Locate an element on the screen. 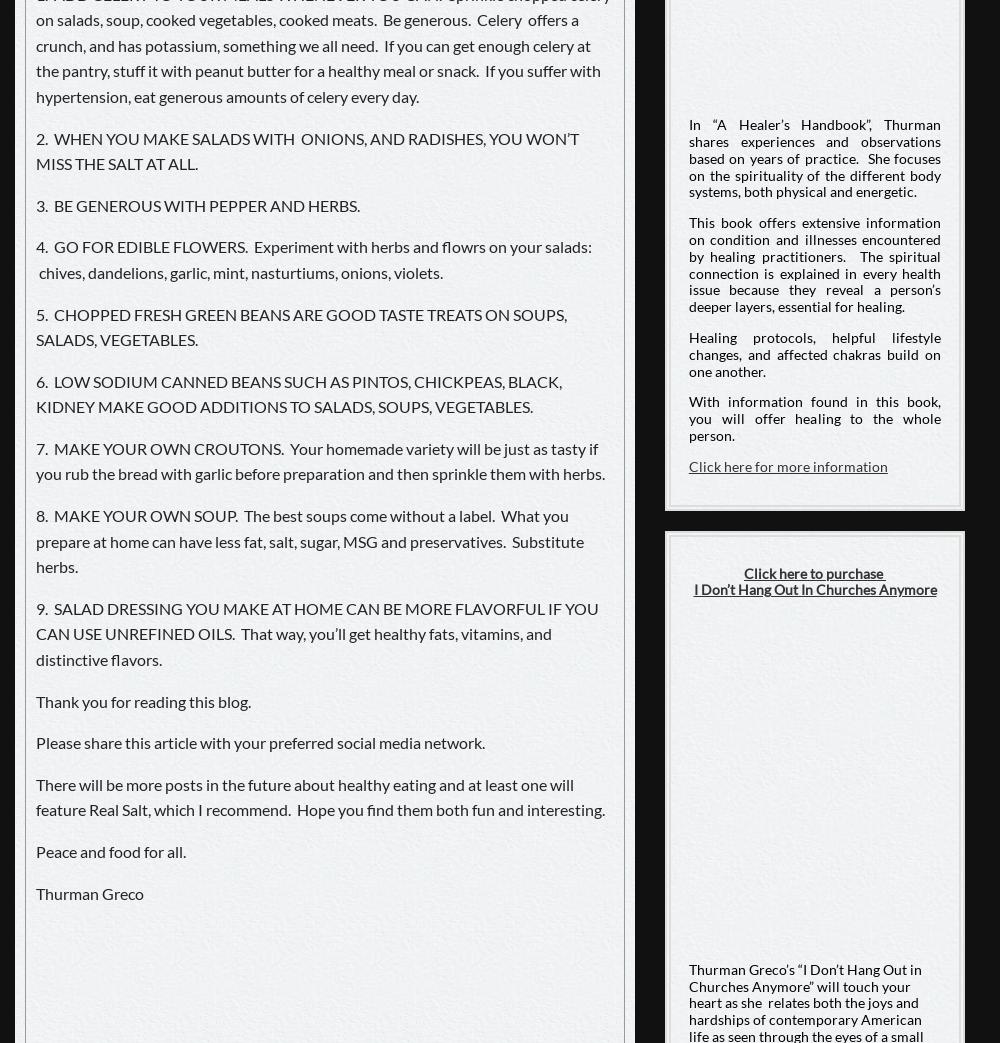 Image resolution: width=1000 pixels, height=1043 pixels. '7.  MAKE YOUR OWN CROUTONS.  Your homemade variety will be just as tasty if you rub the bread with garlic before preparation and then sprinkle them with herbs.' is located at coordinates (36, 459).